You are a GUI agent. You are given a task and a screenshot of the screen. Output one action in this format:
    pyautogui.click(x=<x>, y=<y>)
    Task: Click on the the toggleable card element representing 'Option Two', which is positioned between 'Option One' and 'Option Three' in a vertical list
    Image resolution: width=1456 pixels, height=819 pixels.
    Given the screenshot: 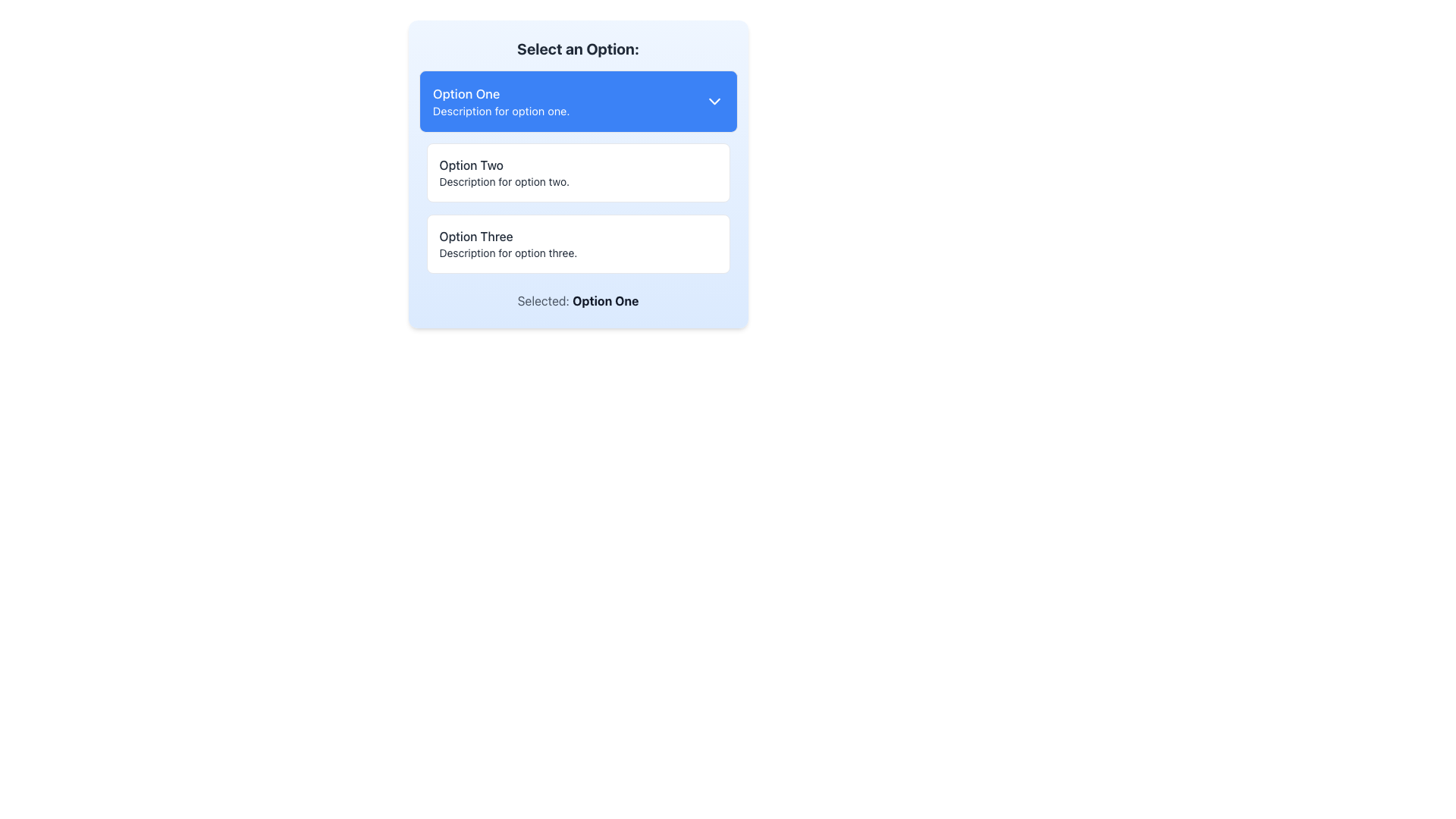 What is the action you would take?
    pyautogui.click(x=577, y=174)
    